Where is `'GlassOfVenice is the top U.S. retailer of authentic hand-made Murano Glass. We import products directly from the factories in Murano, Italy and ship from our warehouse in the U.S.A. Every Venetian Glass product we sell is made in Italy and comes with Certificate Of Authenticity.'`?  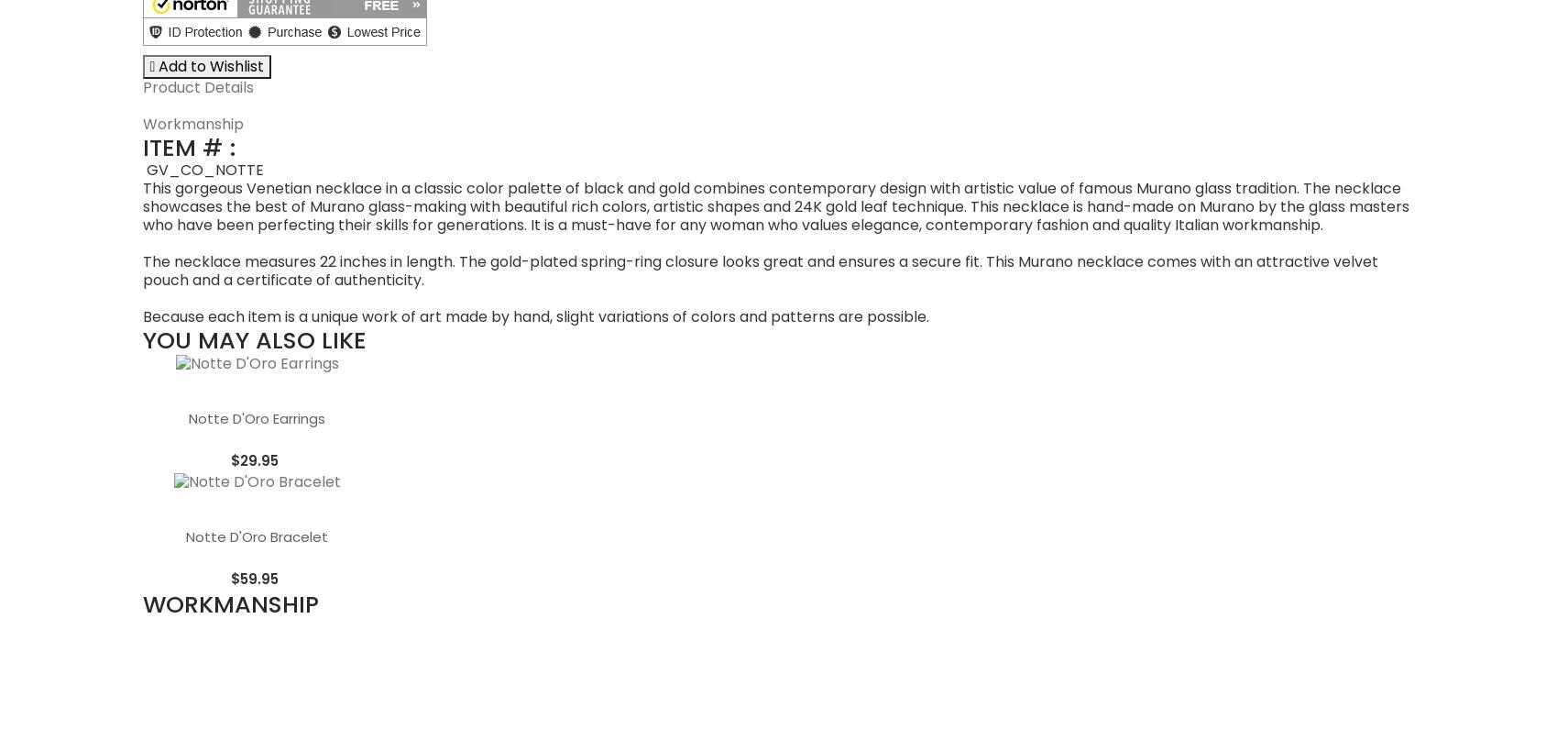 'GlassOfVenice is the top U.S. retailer of authentic hand-made Murano Glass. We import products directly from the factories in Murano, Italy and ship from our warehouse in the U.S.A. Every Venetian Glass product we sell is made in Italy and comes with Certificate Of Authenticity.' is located at coordinates (631, 651).